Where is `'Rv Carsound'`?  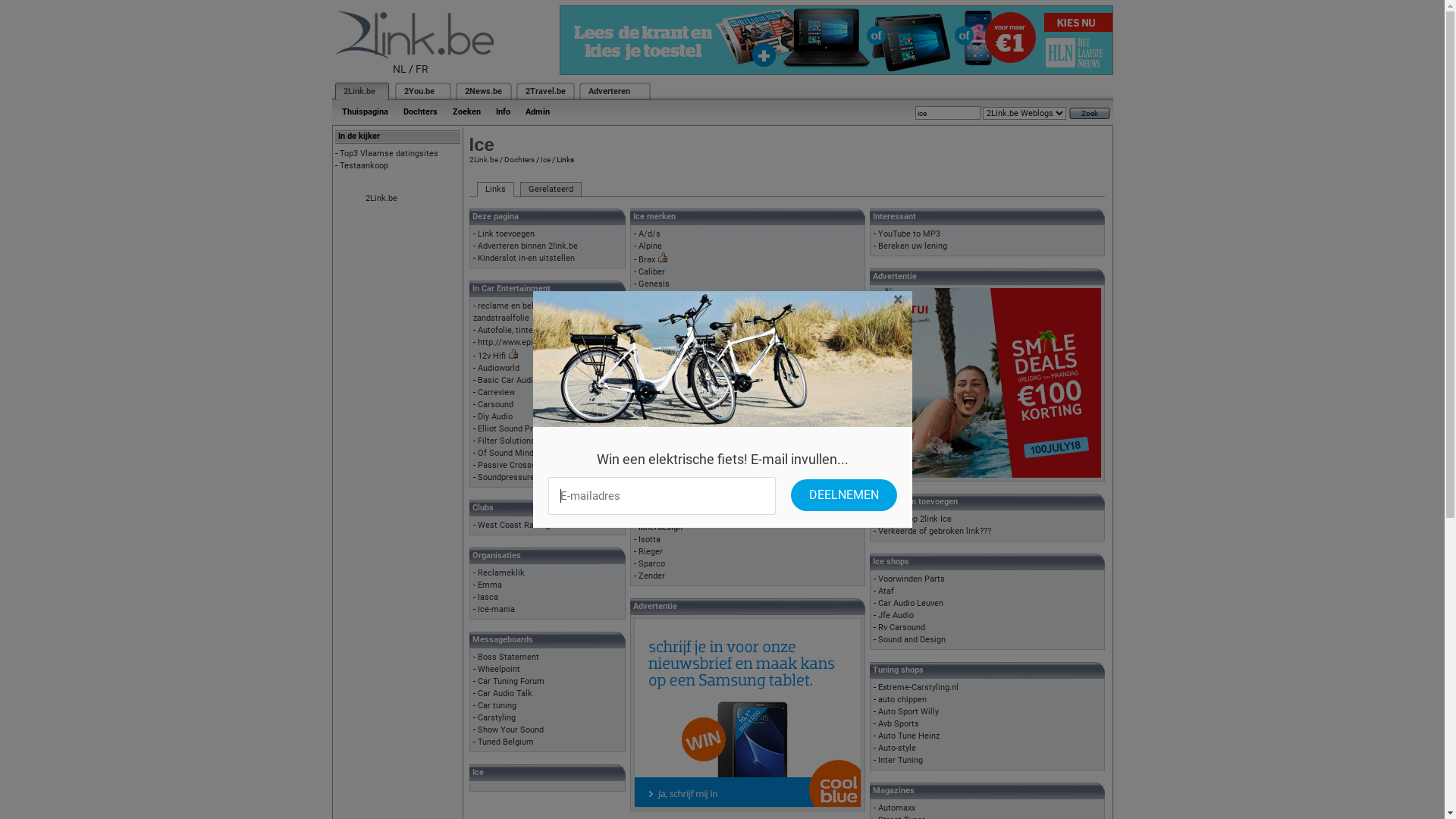
'Rv Carsound' is located at coordinates (902, 627).